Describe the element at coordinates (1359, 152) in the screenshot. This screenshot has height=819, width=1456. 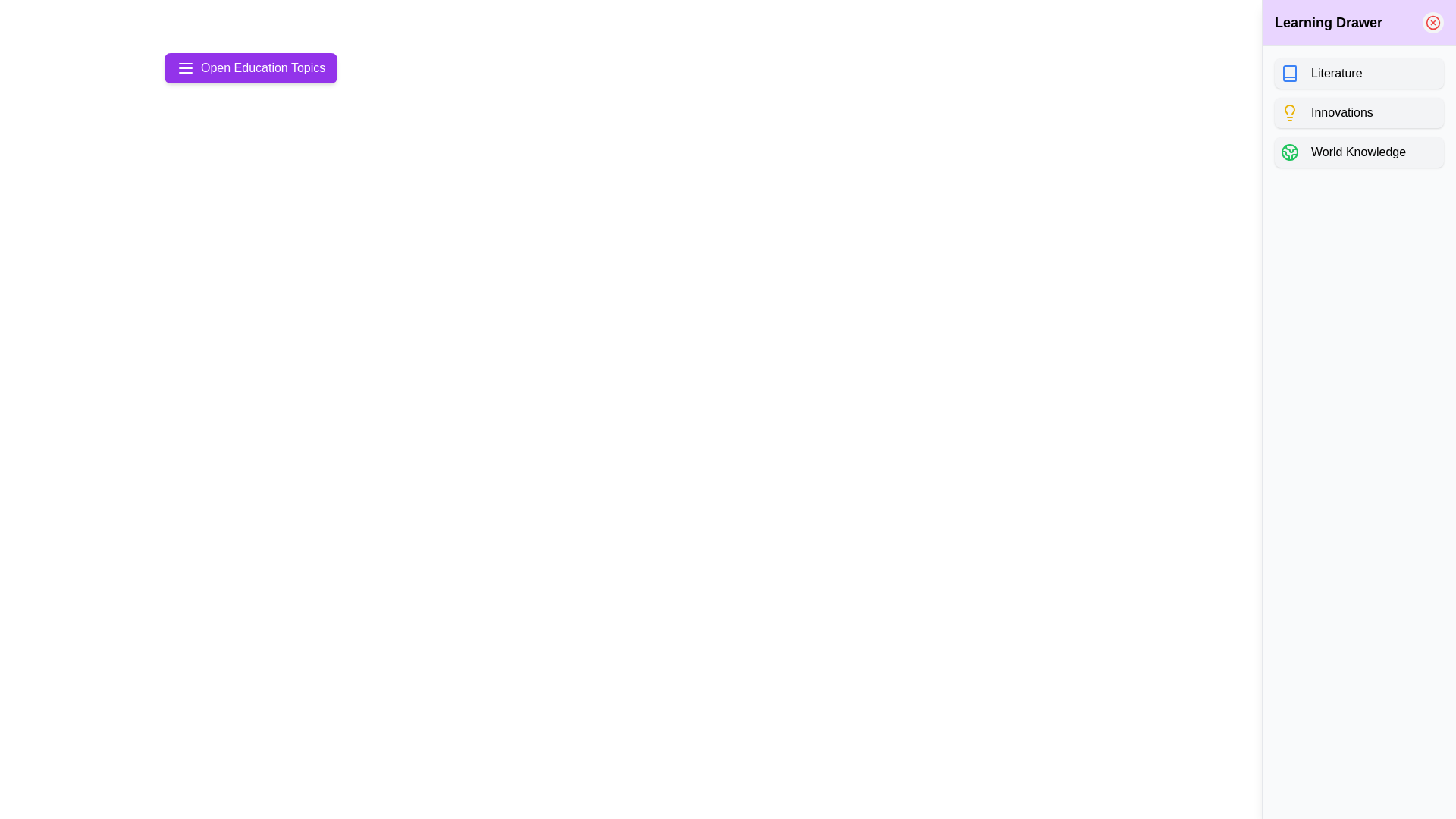
I see `the topic button labeled World Knowledge` at that location.